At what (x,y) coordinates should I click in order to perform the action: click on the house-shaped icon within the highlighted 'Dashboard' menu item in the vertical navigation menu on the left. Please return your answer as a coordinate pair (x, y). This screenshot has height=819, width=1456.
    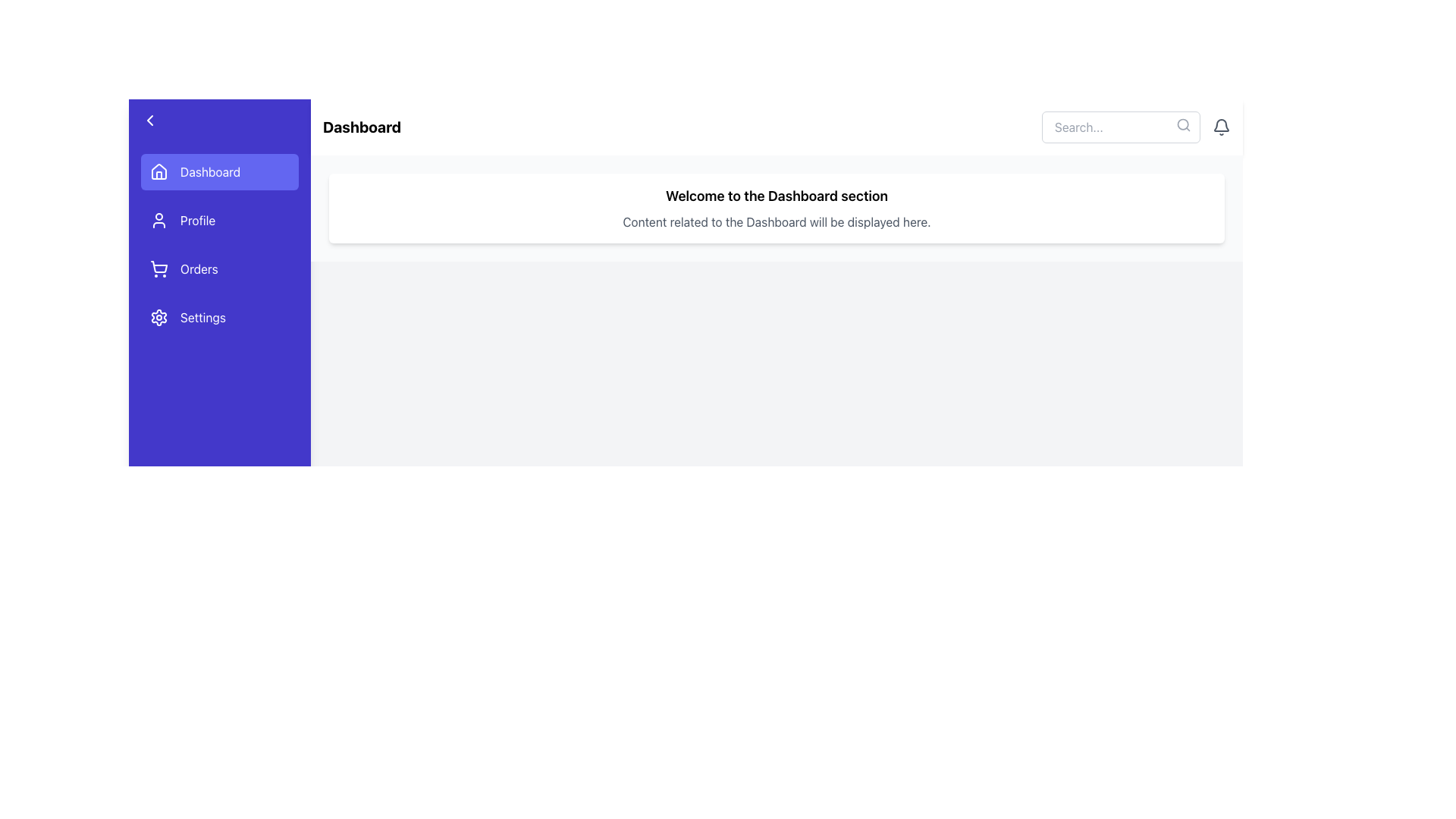
    Looking at the image, I should click on (159, 171).